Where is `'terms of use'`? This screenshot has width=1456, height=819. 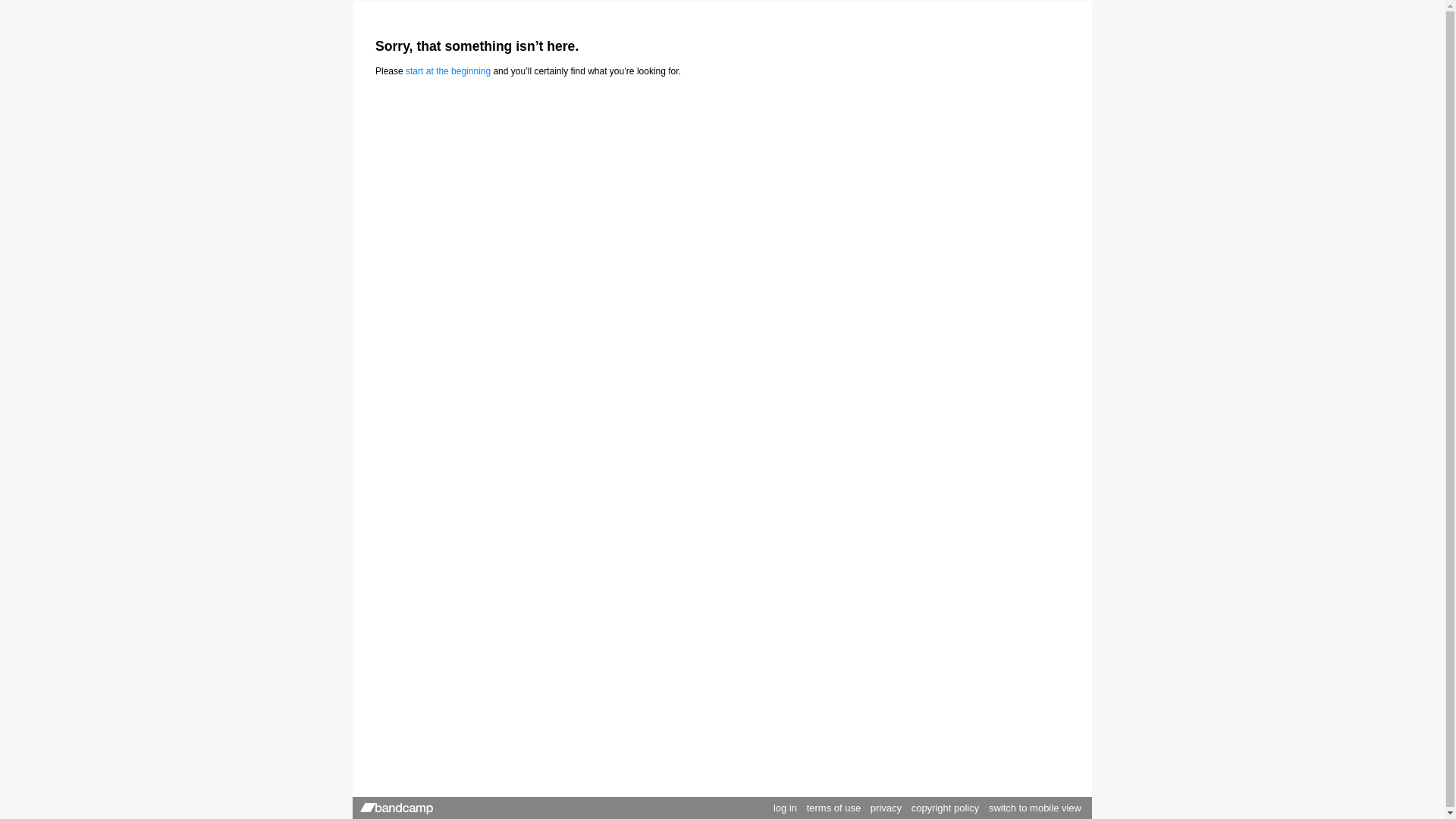
'terms of use' is located at coordinates (833, 807).